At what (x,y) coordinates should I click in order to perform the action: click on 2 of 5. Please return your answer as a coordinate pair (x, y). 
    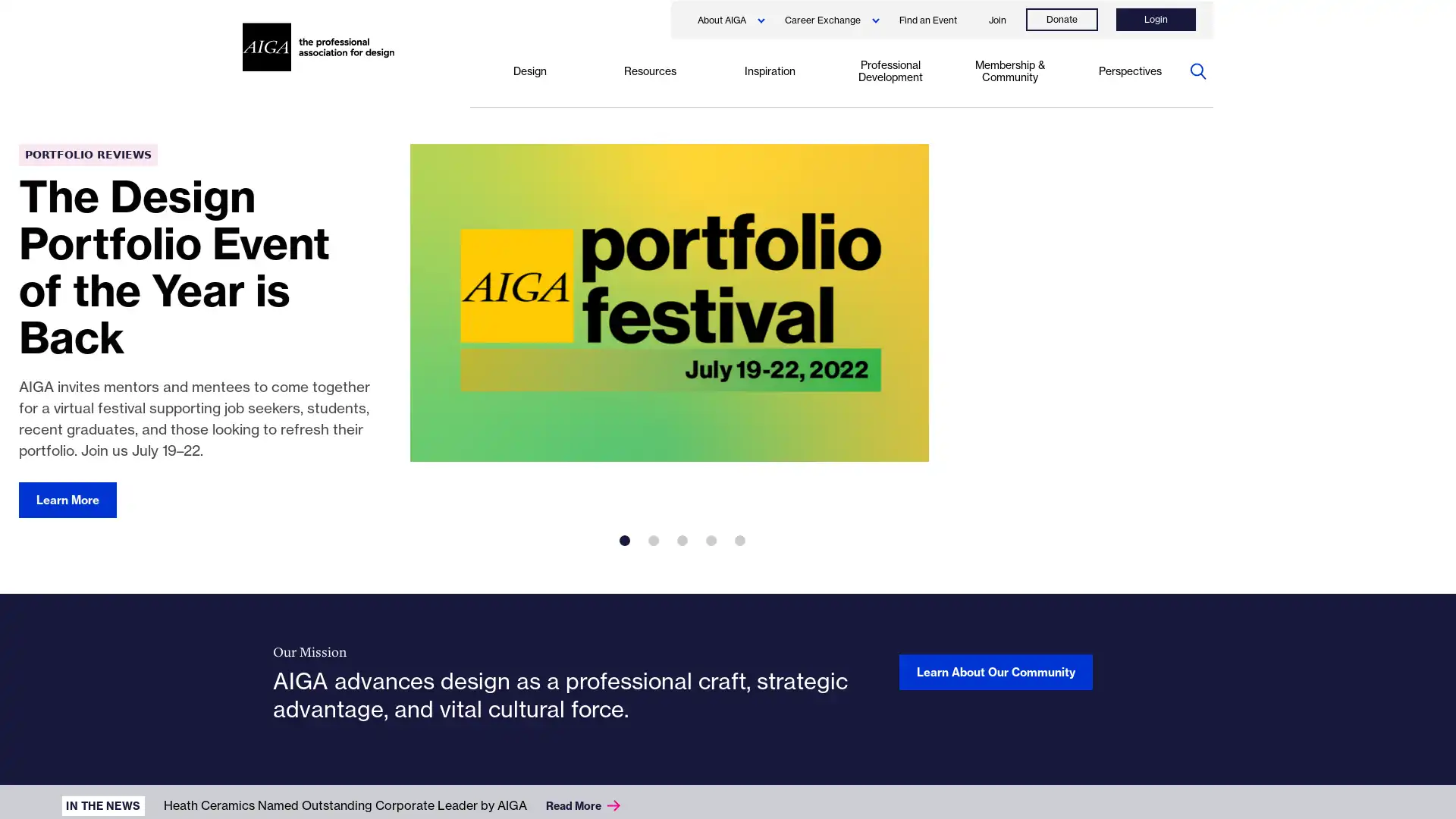
    Looking at the image, I should click on (654, 540).